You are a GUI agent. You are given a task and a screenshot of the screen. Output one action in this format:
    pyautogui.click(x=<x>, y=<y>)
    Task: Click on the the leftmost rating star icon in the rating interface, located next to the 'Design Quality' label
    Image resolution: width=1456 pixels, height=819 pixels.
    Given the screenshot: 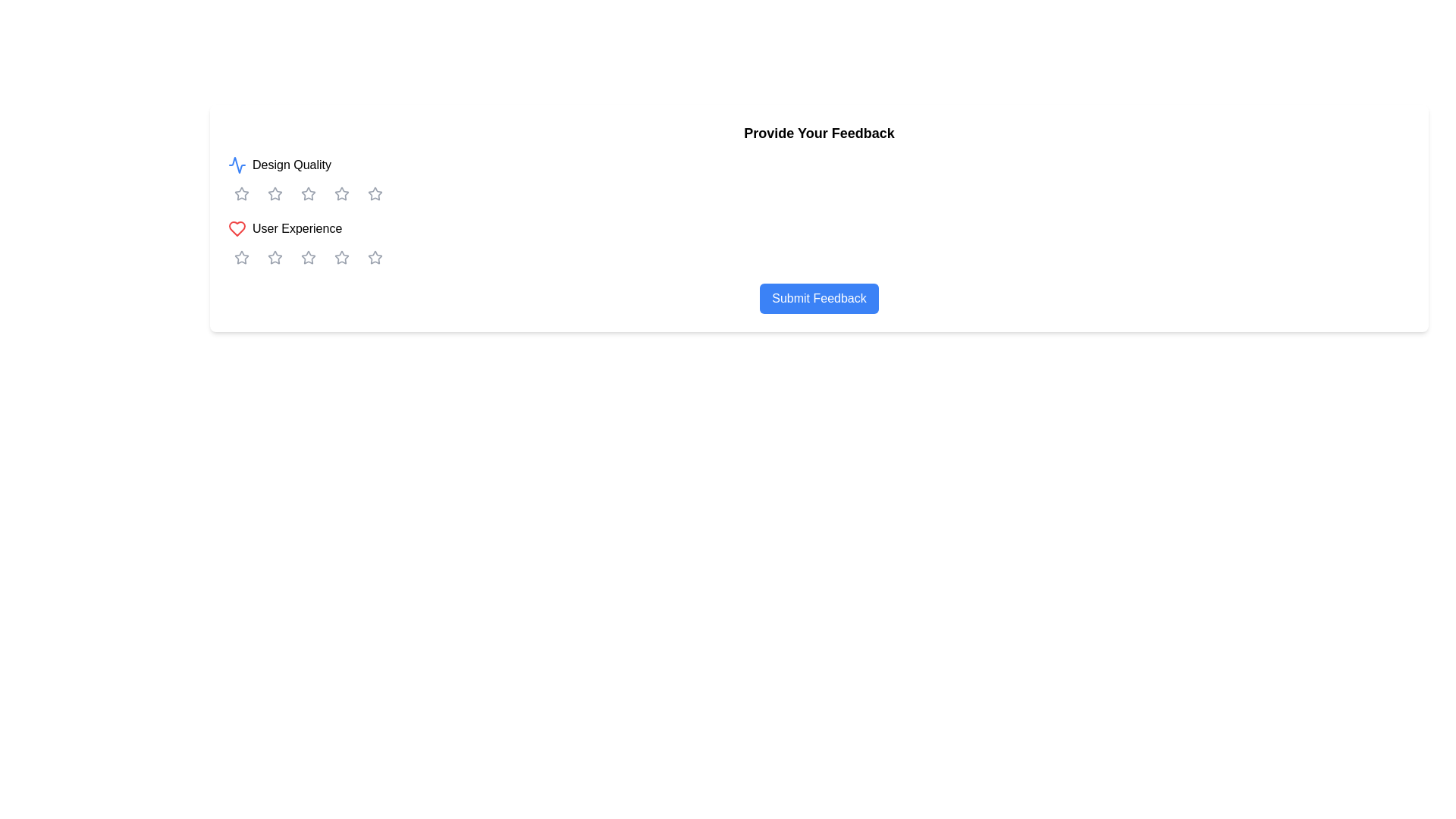 What is the action you would take?
    pyautogui.click(x=240, y=193)
    